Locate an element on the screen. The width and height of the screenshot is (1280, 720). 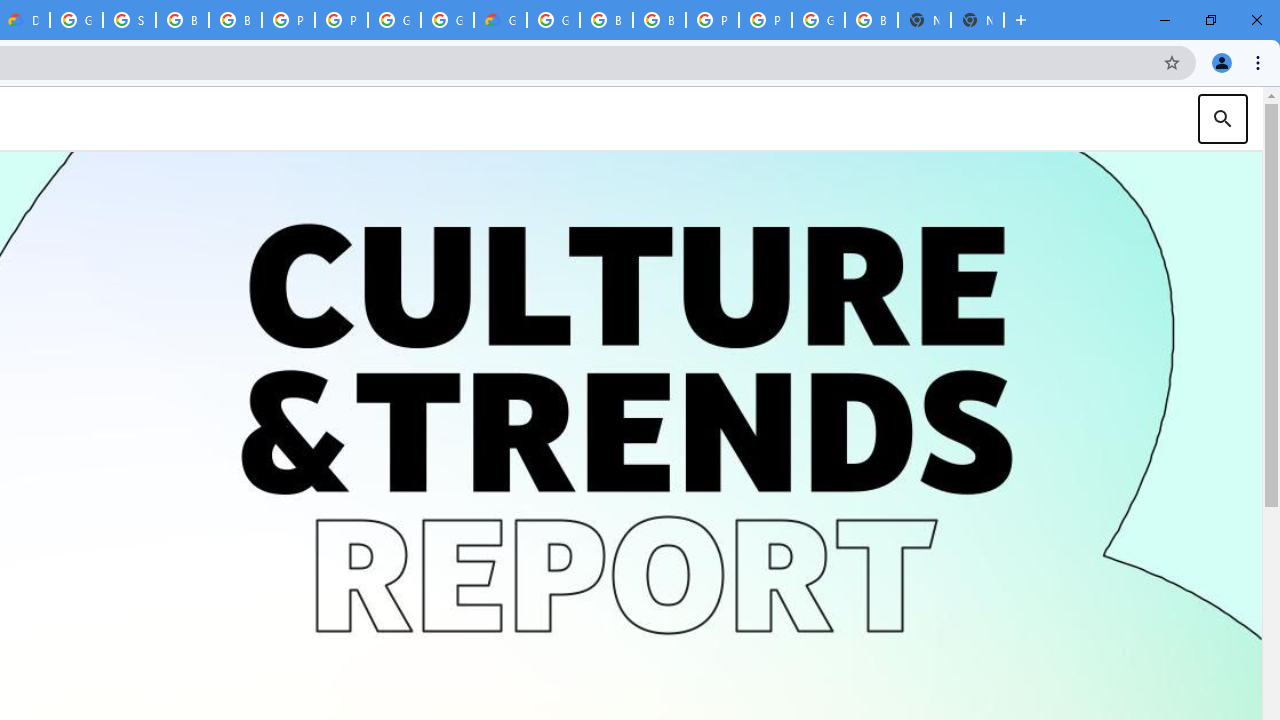
'Google Cloud Estimate Summary' is located at coordinates (500, 20).